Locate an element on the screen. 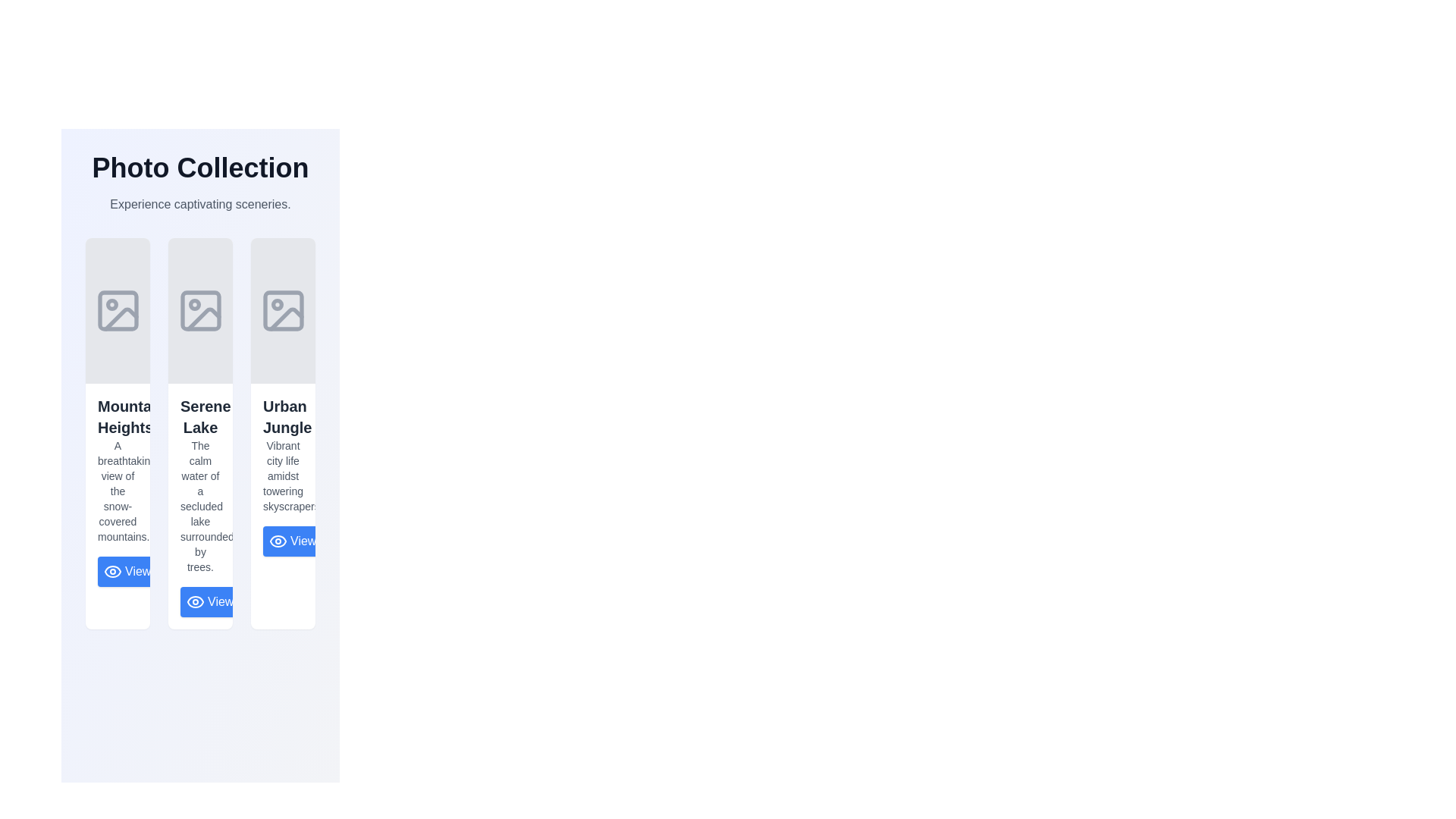 The height and width of the screenshot is (819, 1456). the 'View' button, a rounded blue button with white text and an eye icon, located in the 'Mountain Heights' section underneath the text 'A breathtaking view of the snow-covered mountains' is located at coordinates (117, 571).